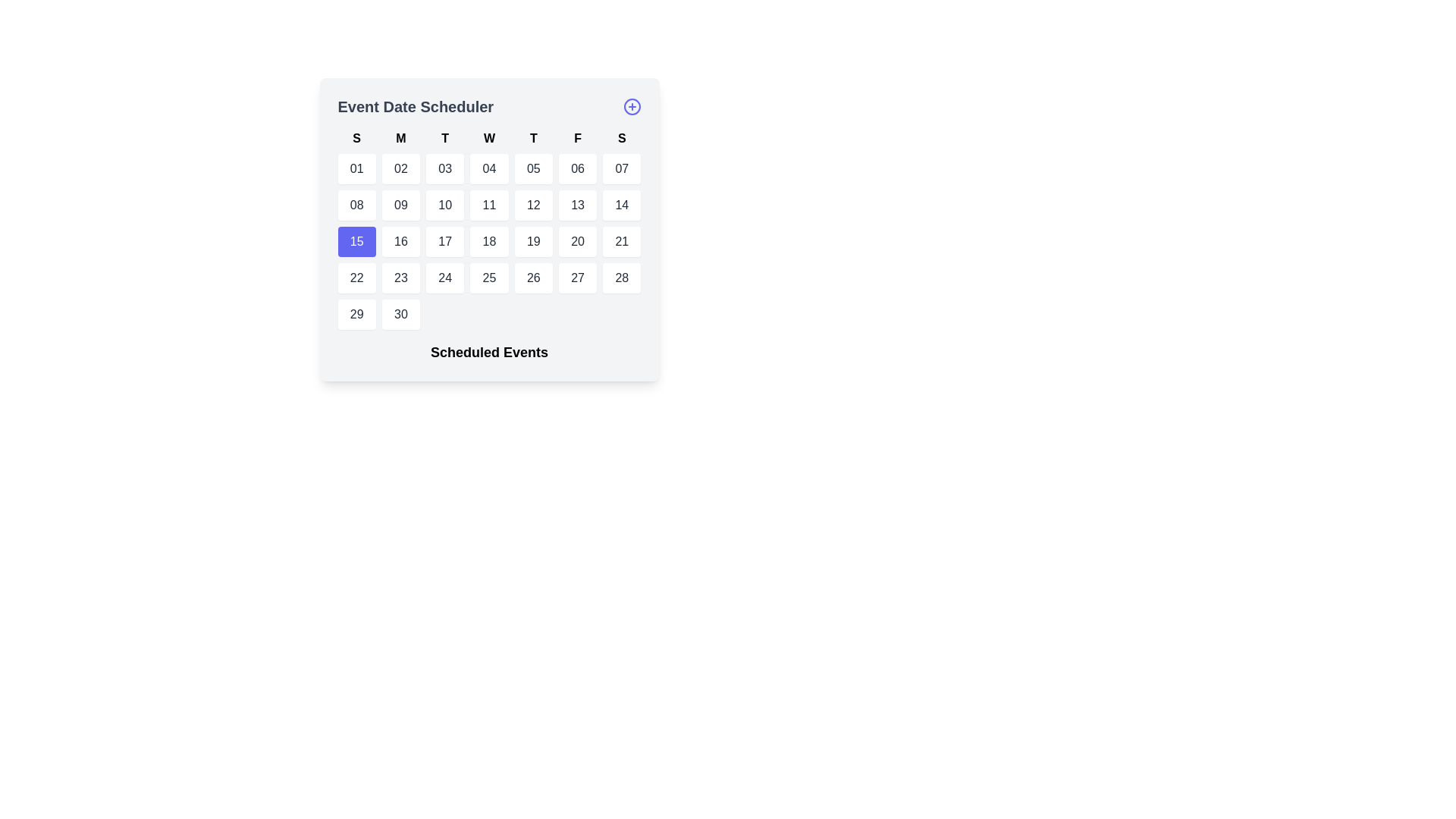 The height and width of the screenshot is (819, 1456). I want to click on the button representing the sixth day in the Friday column of the calendar, so click(577, 278).